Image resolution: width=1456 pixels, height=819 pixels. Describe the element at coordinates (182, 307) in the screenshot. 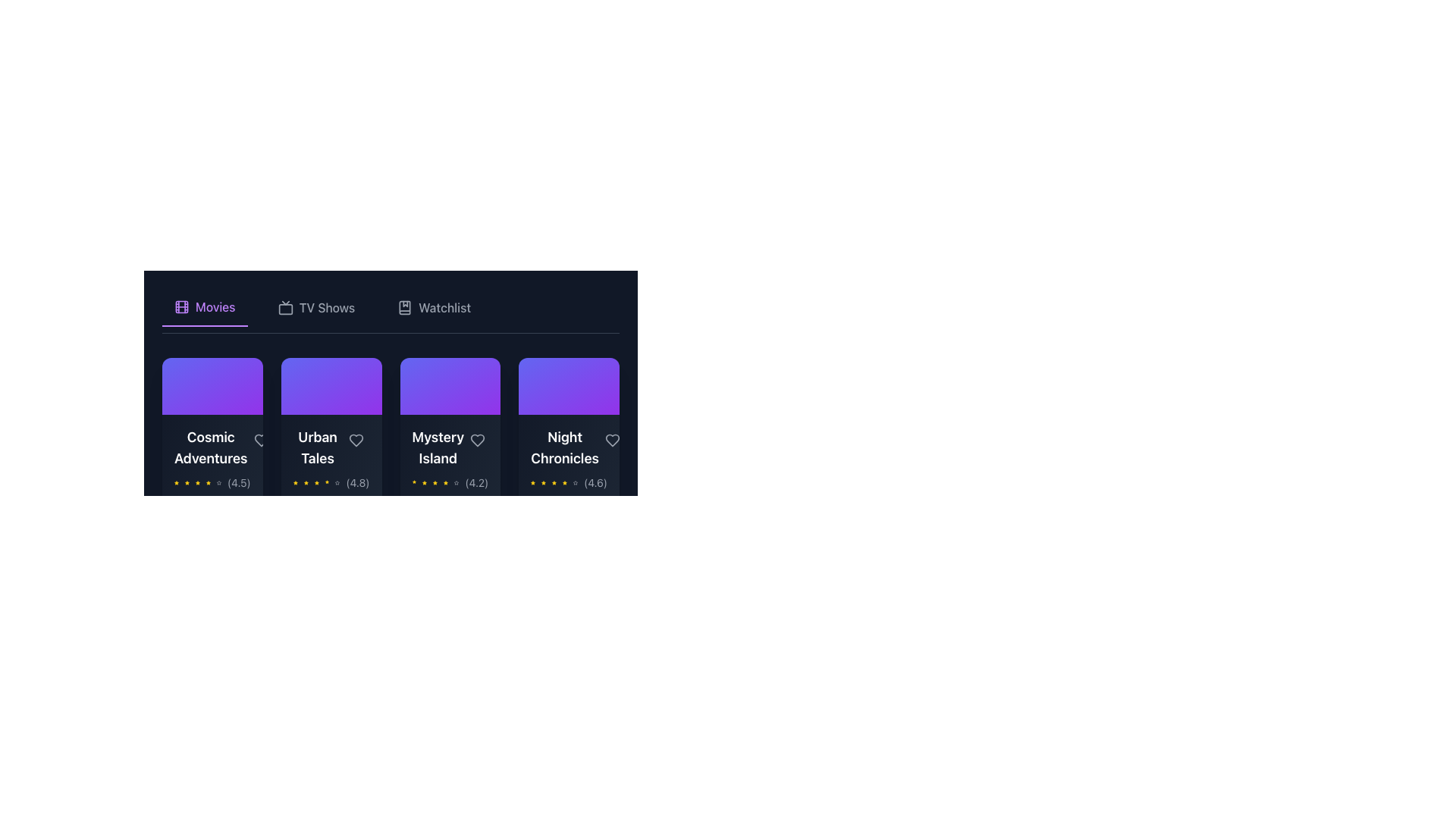

I see `the decorative graphical element that is part of the filmstrip icon located in the top-left corner of the interface near the 'Movies' label` at that location.